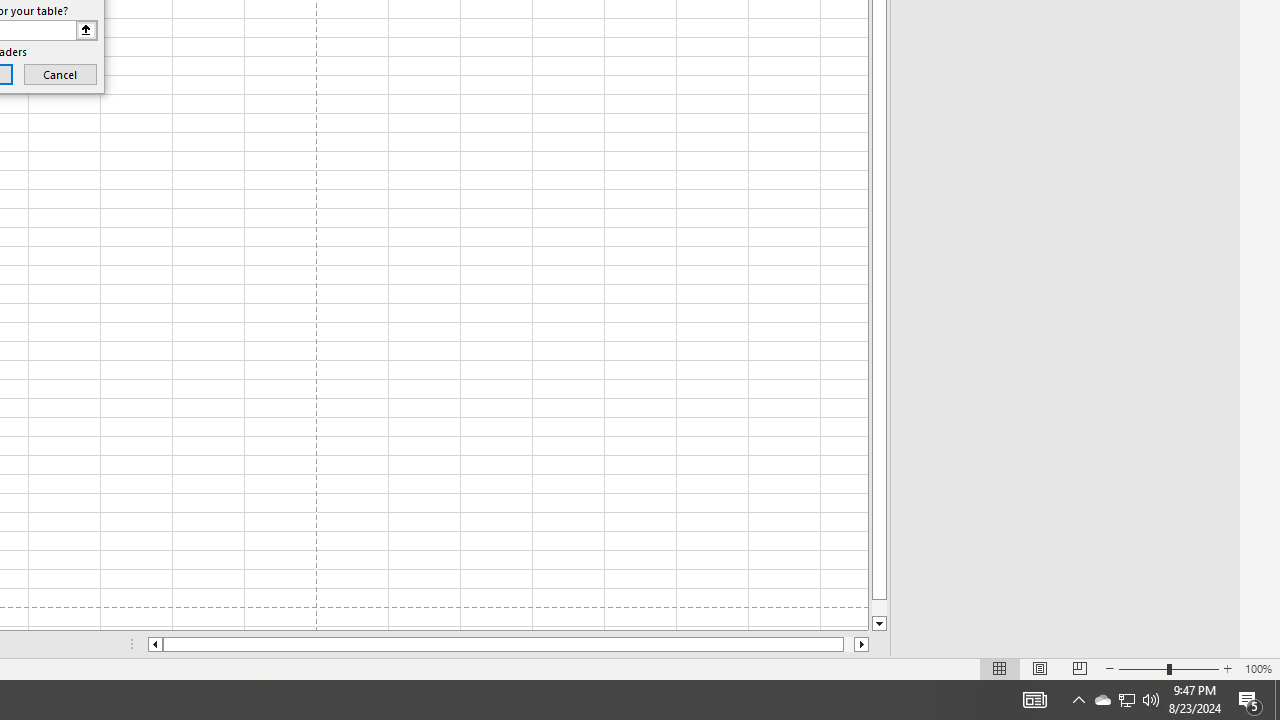 This screenshot has height=720, width=1280. What do you see at coordinates (1000, 669) in the screenshot?
I see `'Normal'` at bounding box center [1000, 669].